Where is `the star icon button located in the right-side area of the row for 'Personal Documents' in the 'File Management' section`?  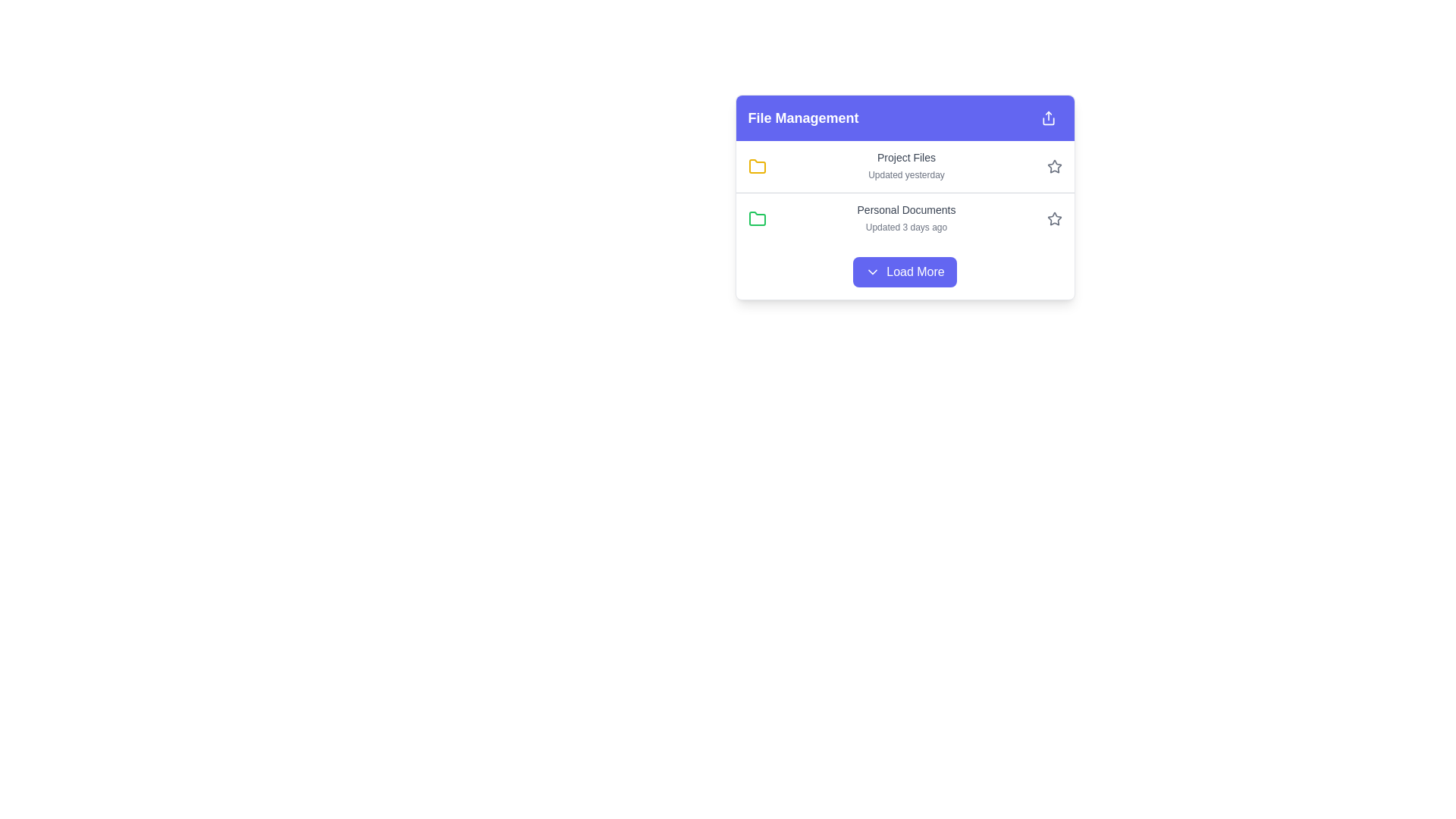 the star icon button located in the right-side area of the row for 'Personal Documents' in the 'File Management' section is located at coordinates (1053, 219).